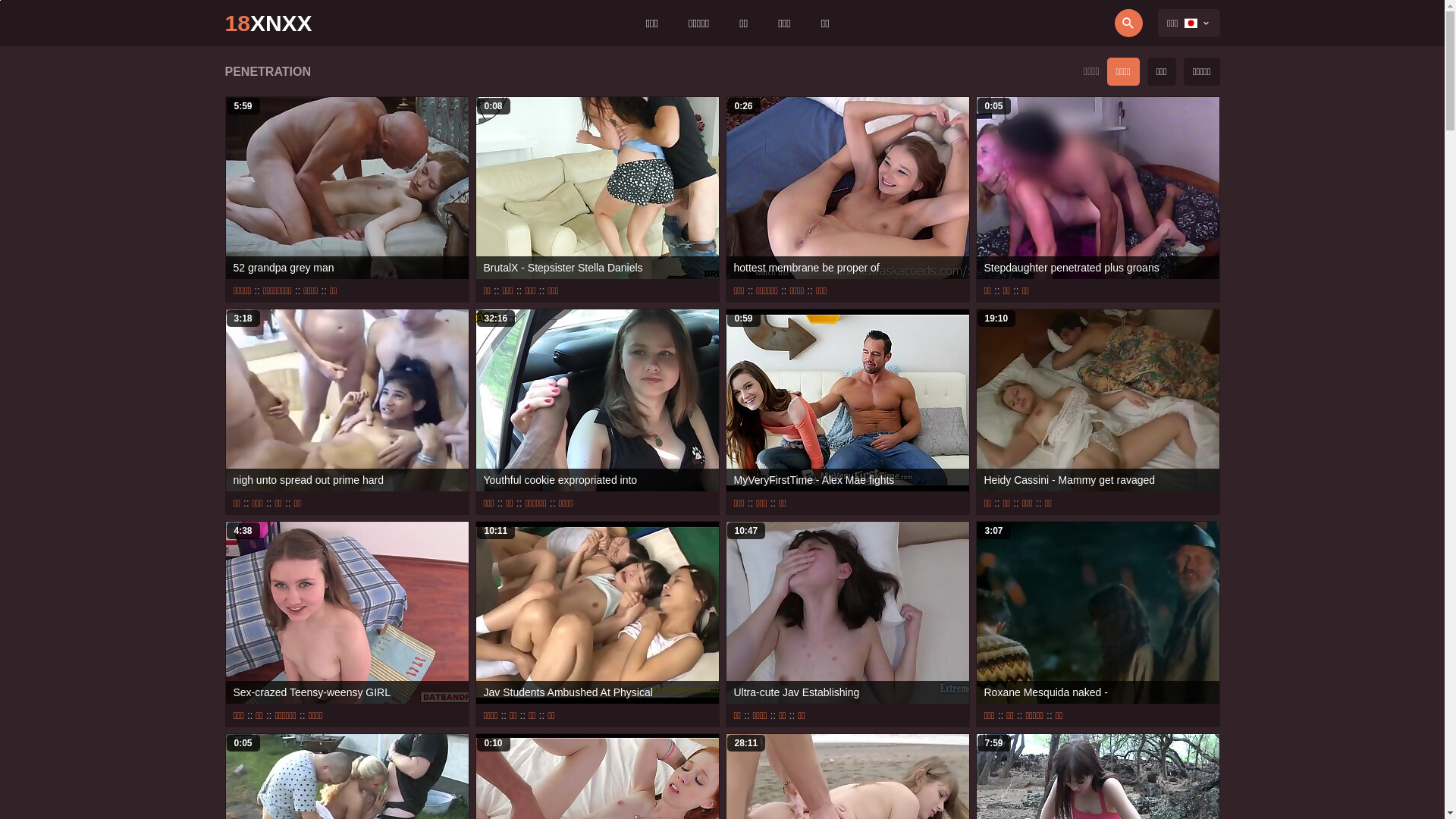 This screenshot has height=819, width=1456. Describe the element at coordinates (596, 400) in the screenshot. I see `'32:16` at that location.